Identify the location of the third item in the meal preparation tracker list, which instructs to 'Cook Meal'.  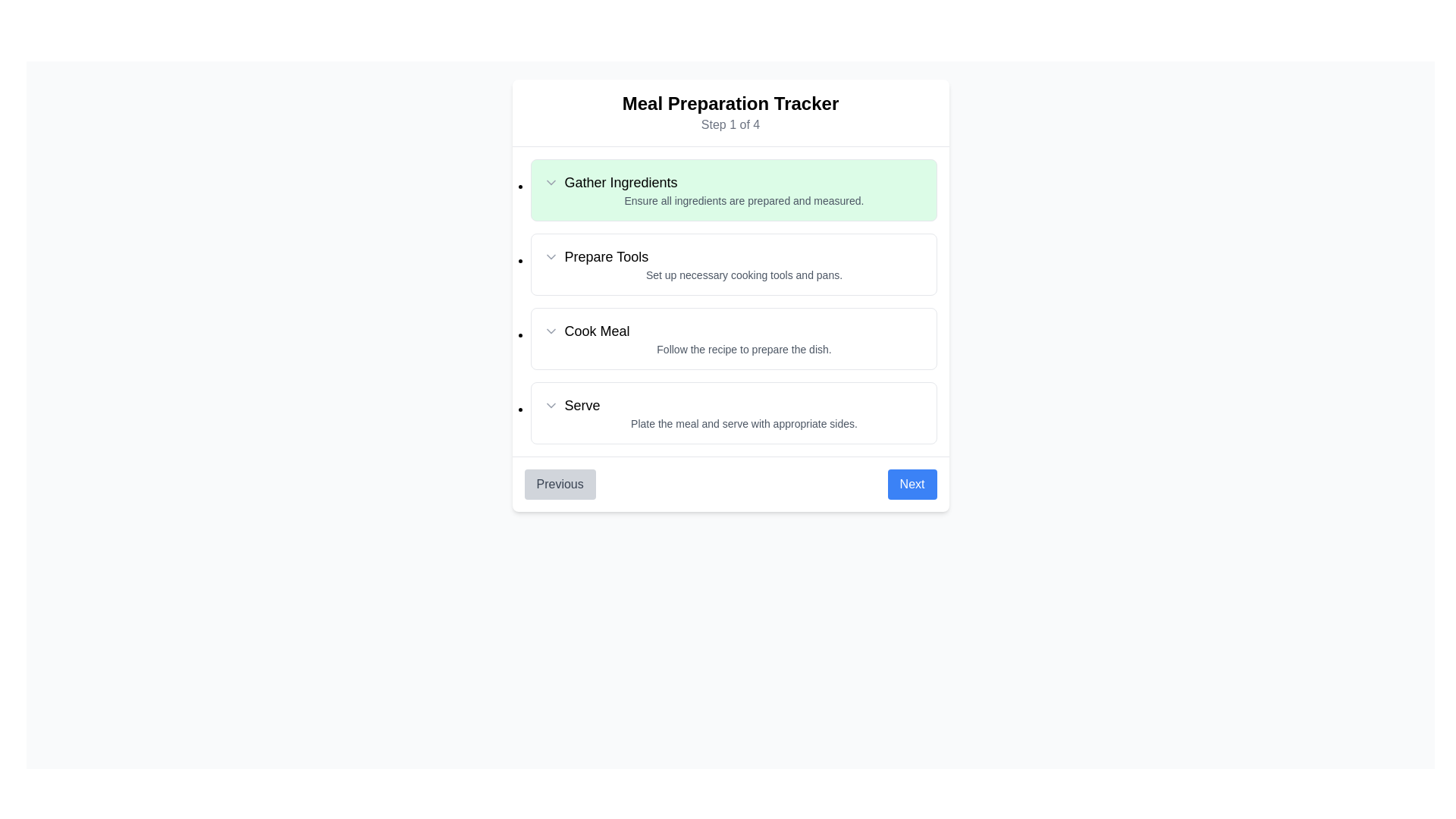
(730, 301).